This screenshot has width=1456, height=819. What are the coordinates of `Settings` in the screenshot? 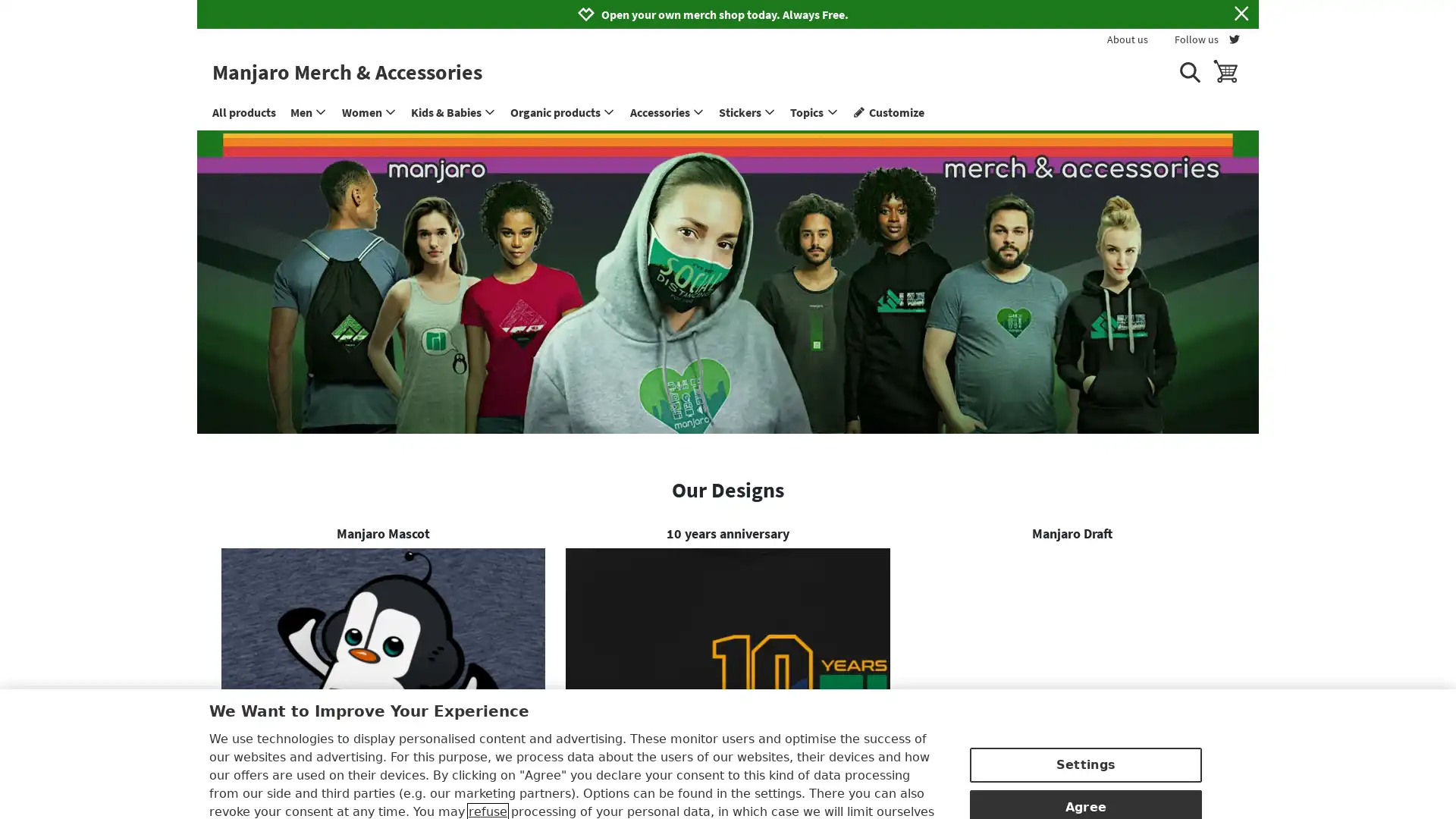 It's located at (1084, 689).